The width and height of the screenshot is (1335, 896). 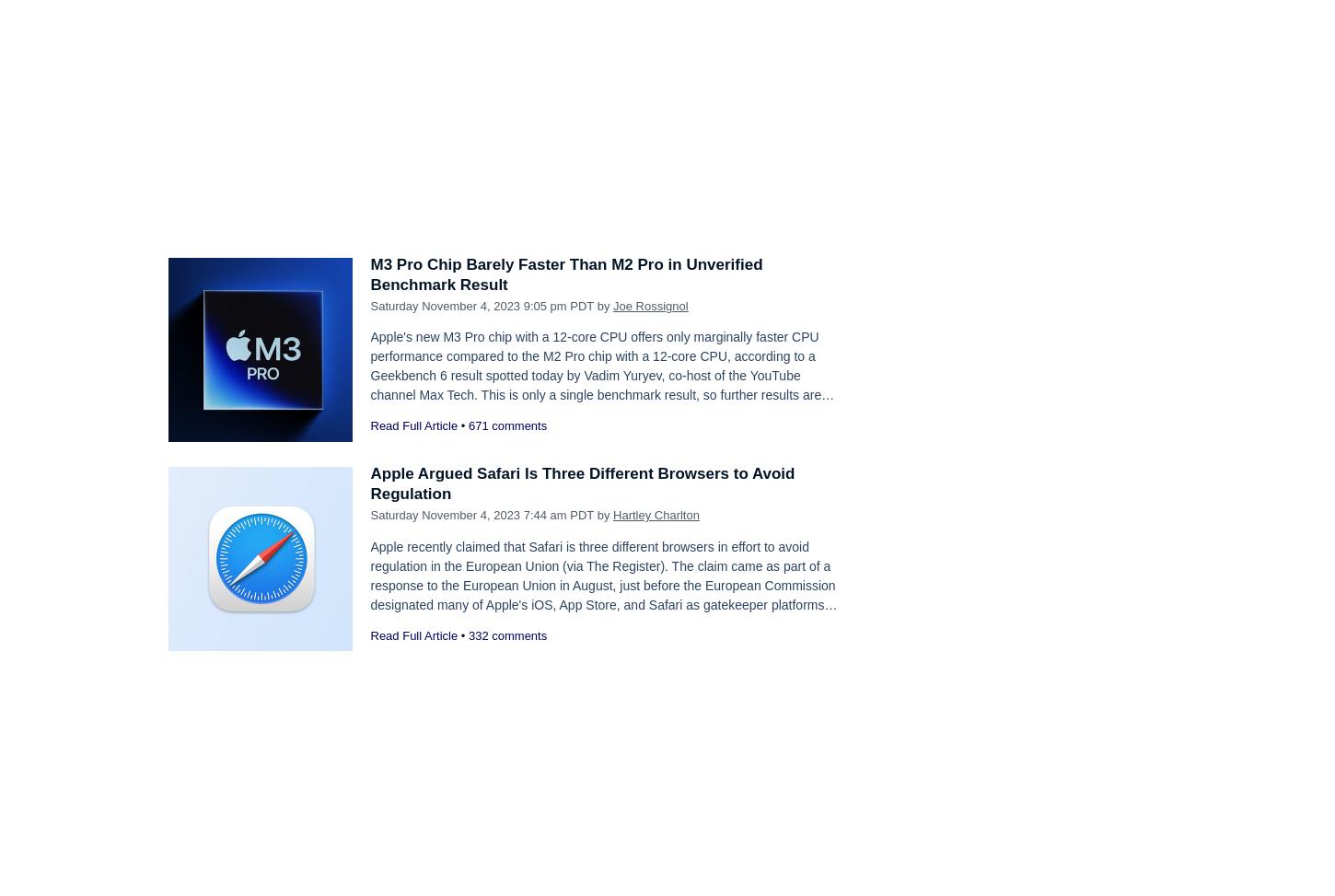 What do you see at coordinates (600, 385) in the screenshot?
I see `'Apple's new M3 Pro chip with a 12-core CPU offers only marginally faster CPU performance compared to the M2 Pro chip with a 12-core CPU, according to a Geekbench 6 result spotted today by Vadim Yuryev, co-host of the YouTube channel Max Tech. This is only a single benchmark result, so further results are needed to ensure accuracy. Apple announced new 14-inch and 16-inch MacBook Pro models...'` at bounding box center [600, 385].